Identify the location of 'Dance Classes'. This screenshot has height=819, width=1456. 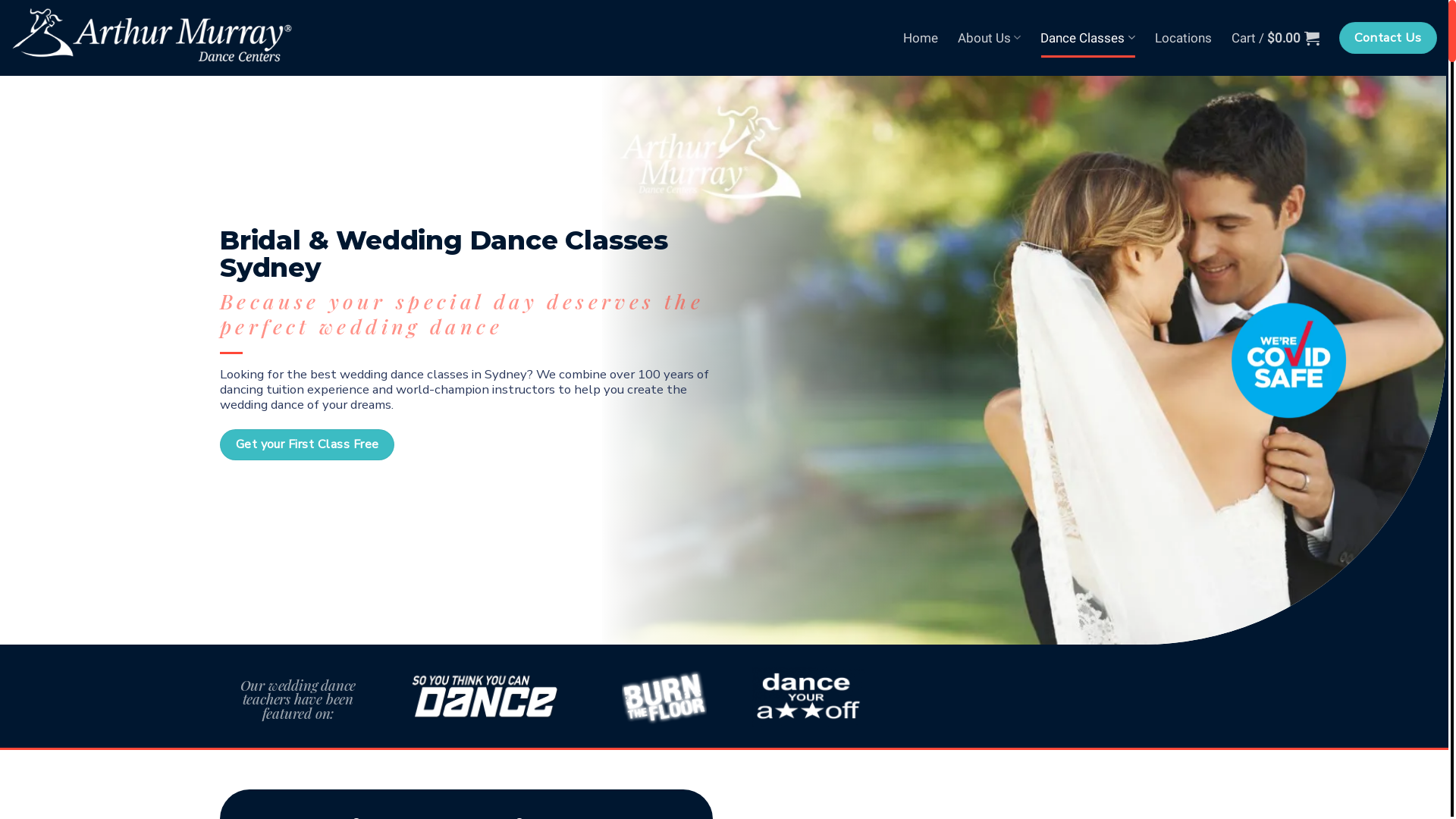
(1087, 36).